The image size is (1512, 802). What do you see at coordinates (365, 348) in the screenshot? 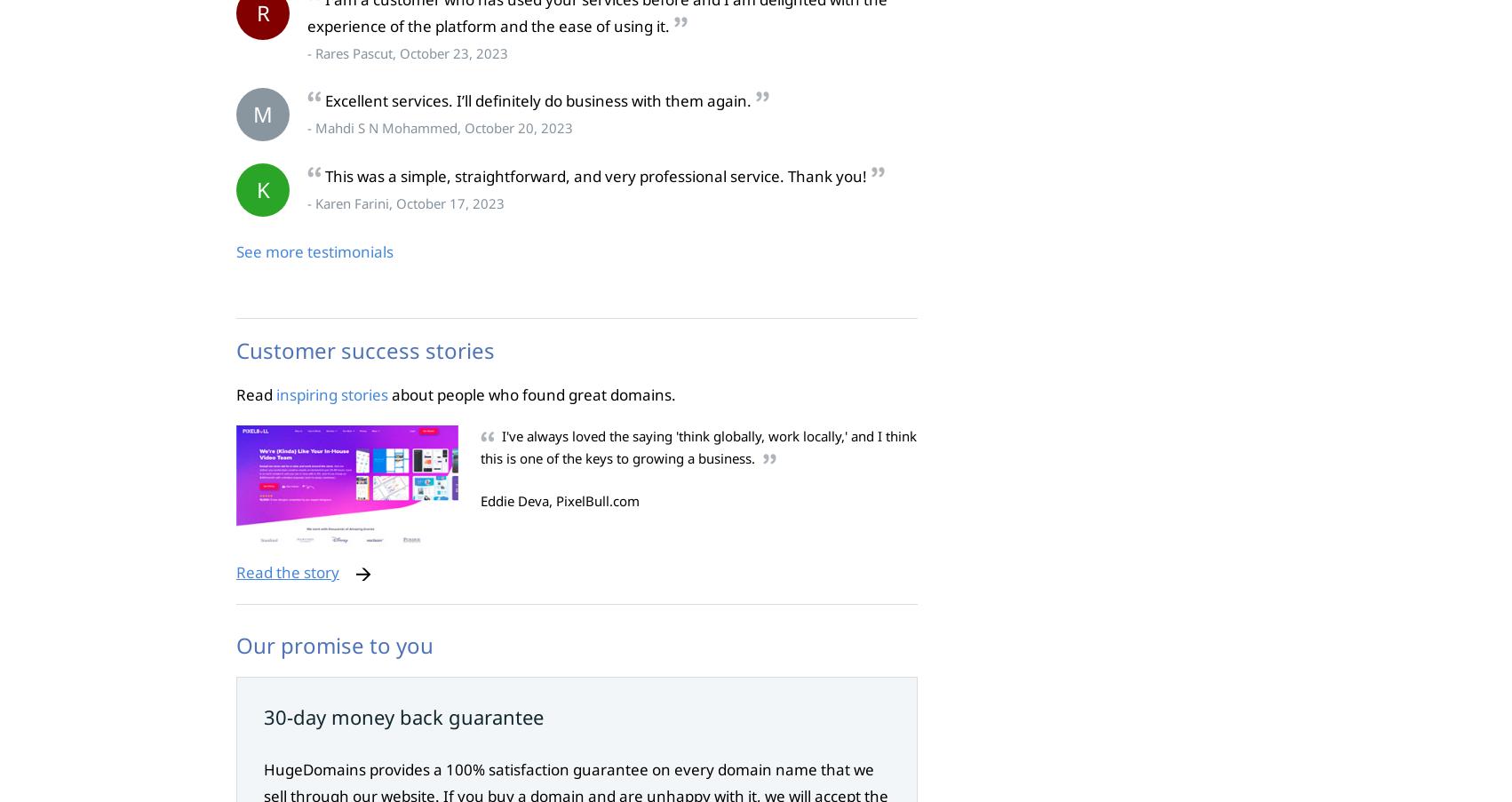
I see `'Customer success stories'` at bounding box center [365, 348].